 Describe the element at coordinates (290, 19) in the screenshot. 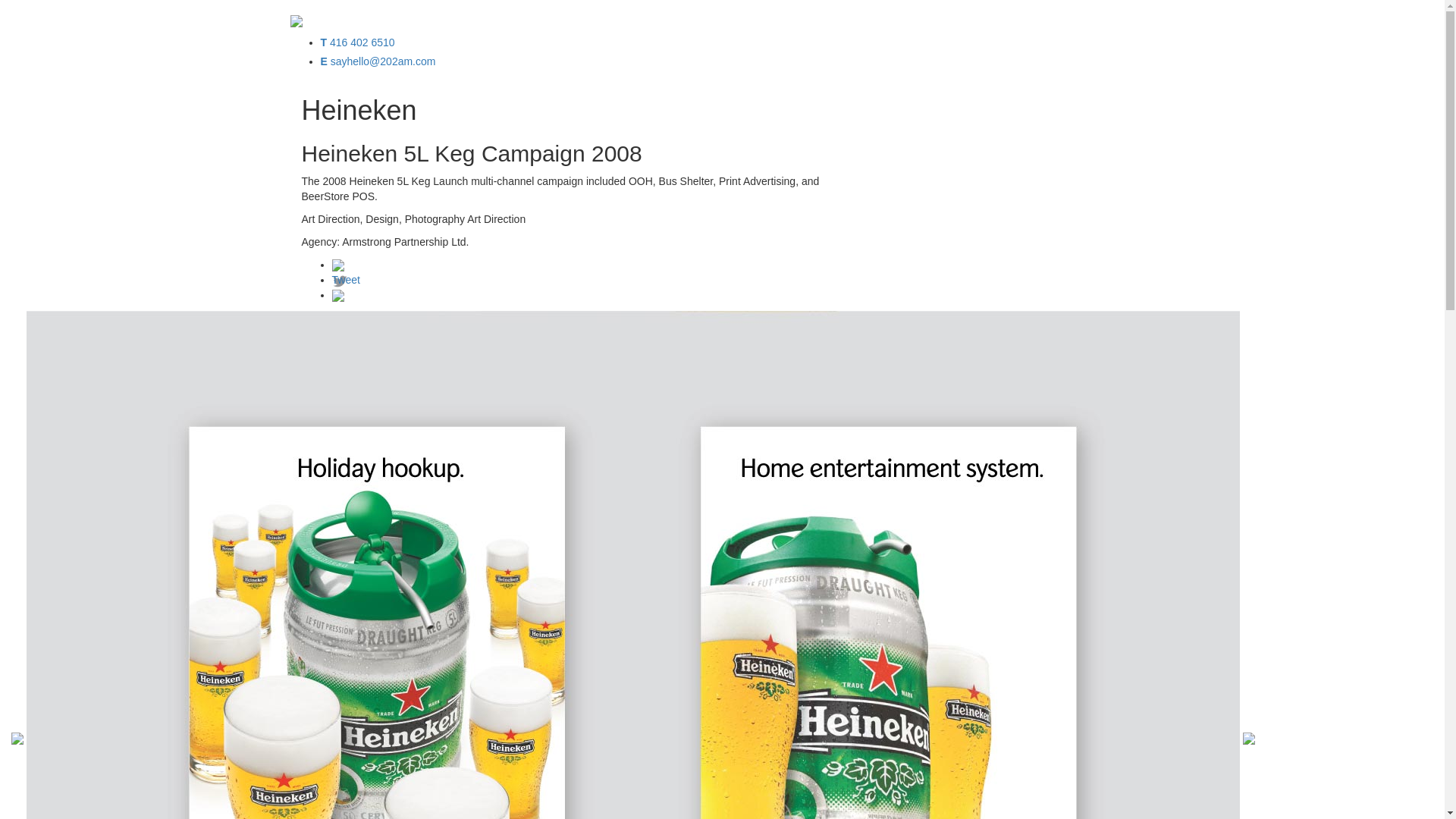

I see `'202am'` at that location.